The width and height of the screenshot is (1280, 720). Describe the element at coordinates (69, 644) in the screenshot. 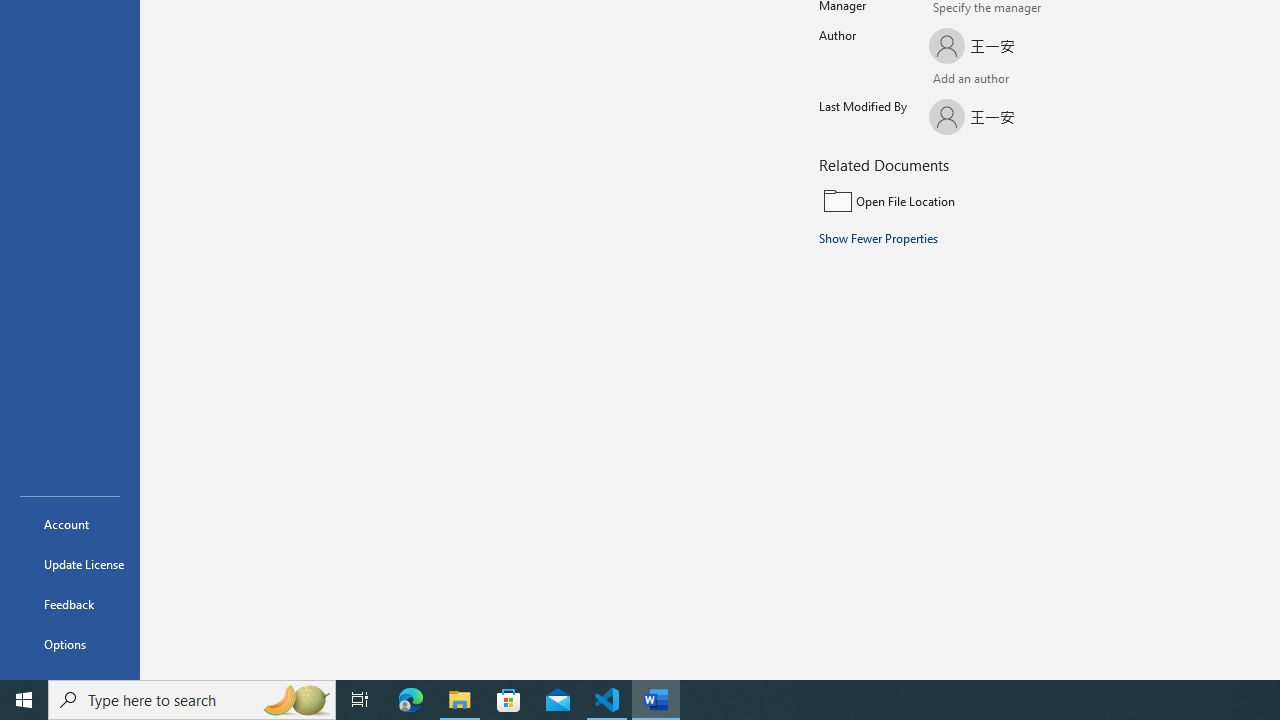

I see `'Options'` at that location.